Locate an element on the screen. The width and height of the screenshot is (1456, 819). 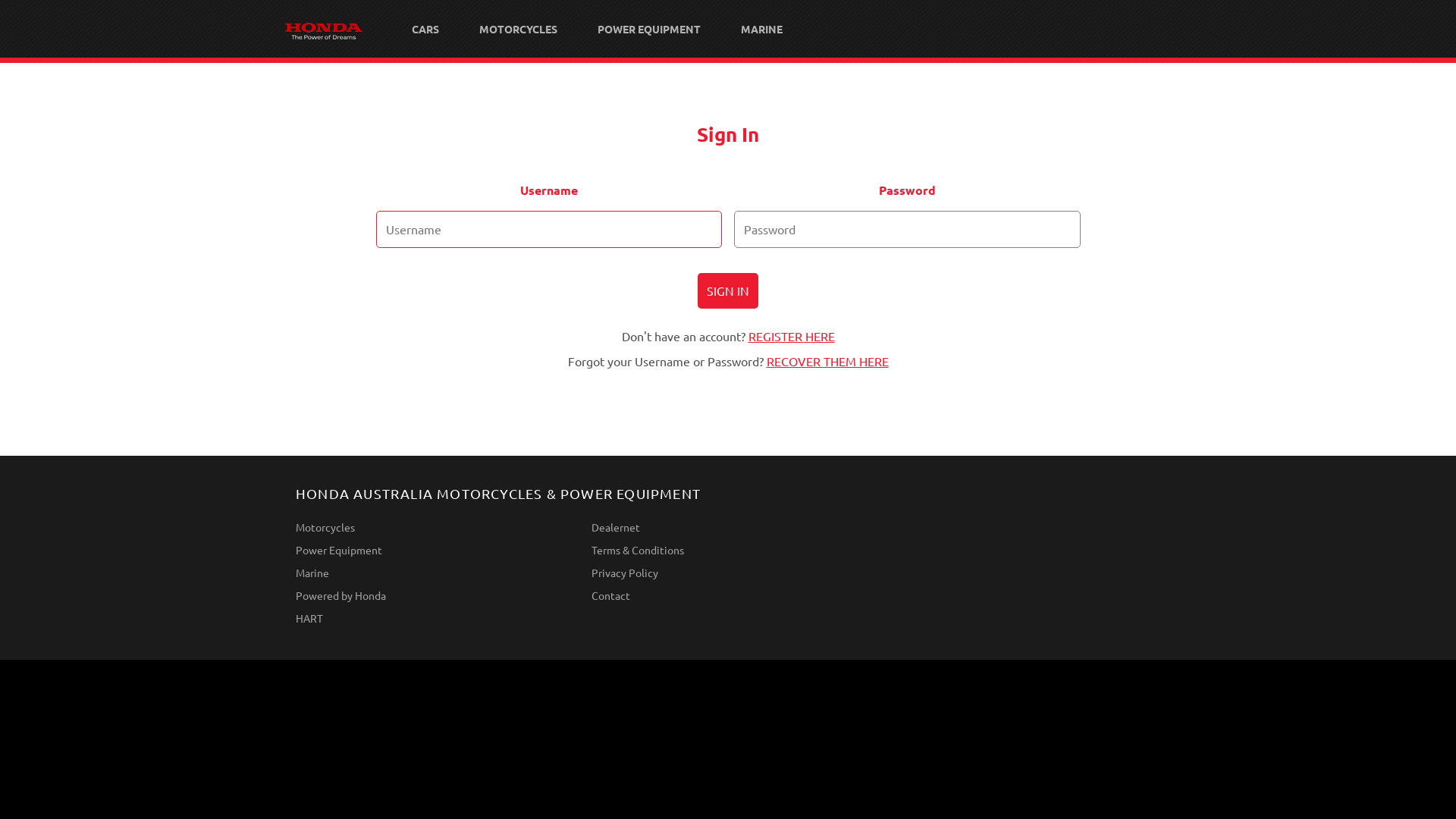
'RECOVER THEM HERE' is located at coordinates (826, 360).